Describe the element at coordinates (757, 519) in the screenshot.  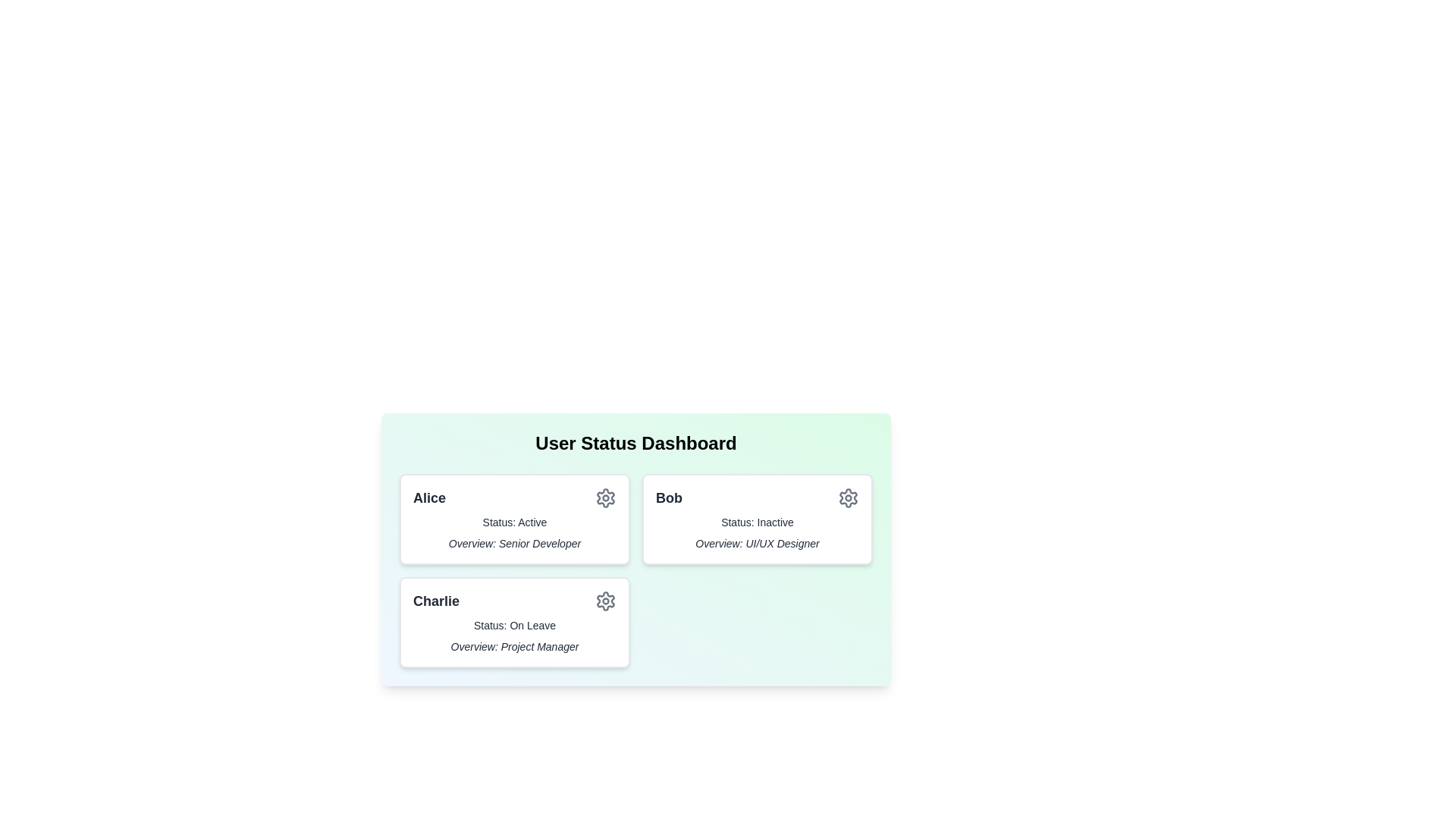
I see `the user card for Bob to toggle their selection` at that location.